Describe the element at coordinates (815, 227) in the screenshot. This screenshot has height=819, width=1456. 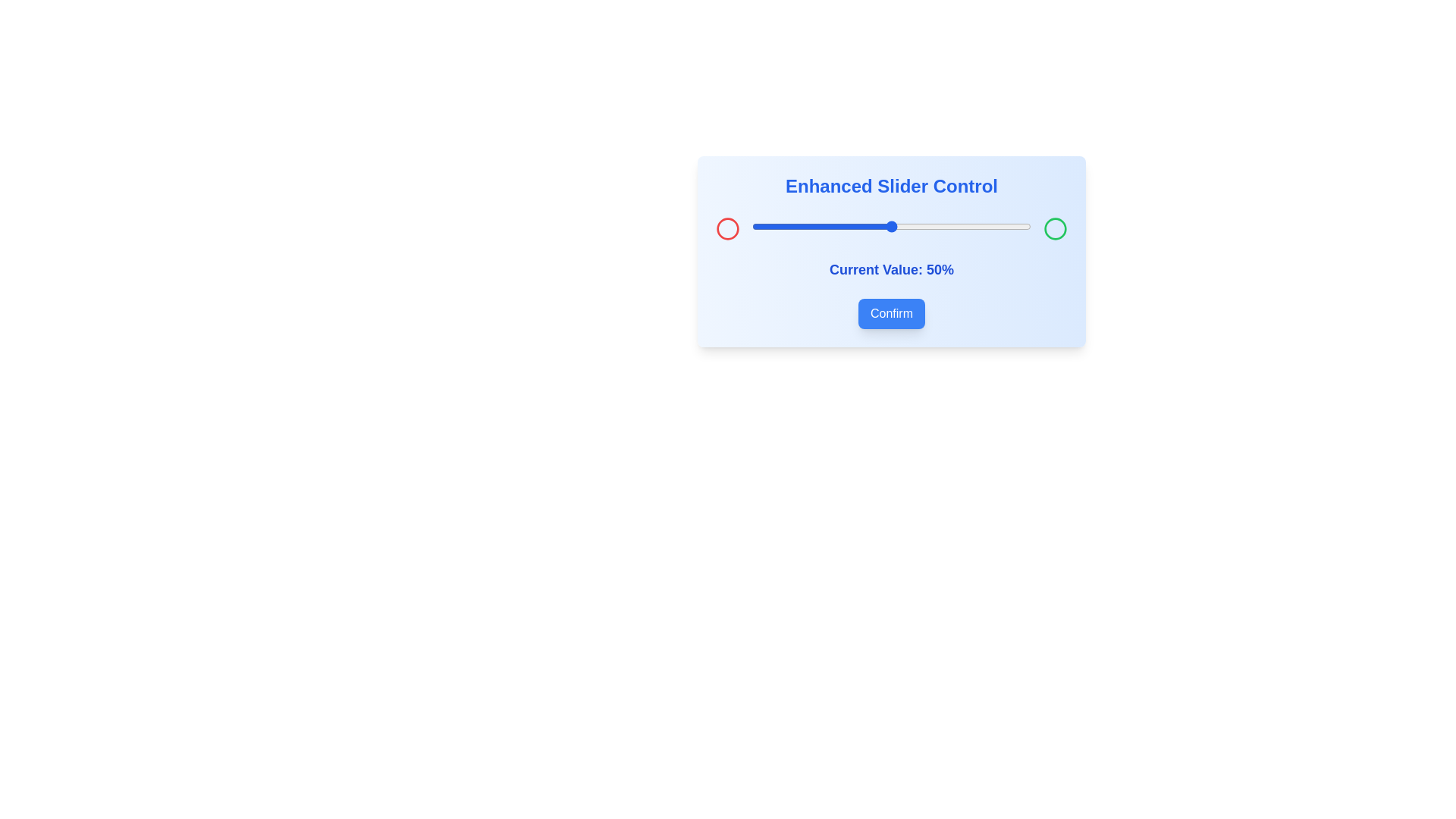
I see `the slider value` at that location.